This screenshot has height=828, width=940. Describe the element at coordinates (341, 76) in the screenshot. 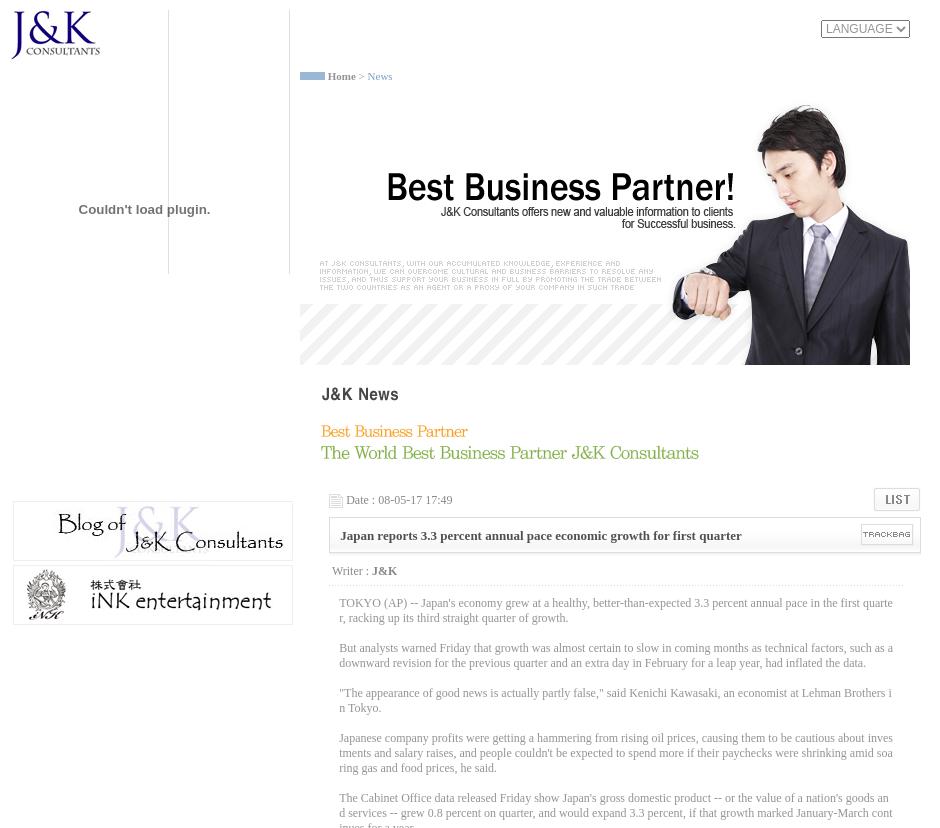

I see `'Home'` at that location.